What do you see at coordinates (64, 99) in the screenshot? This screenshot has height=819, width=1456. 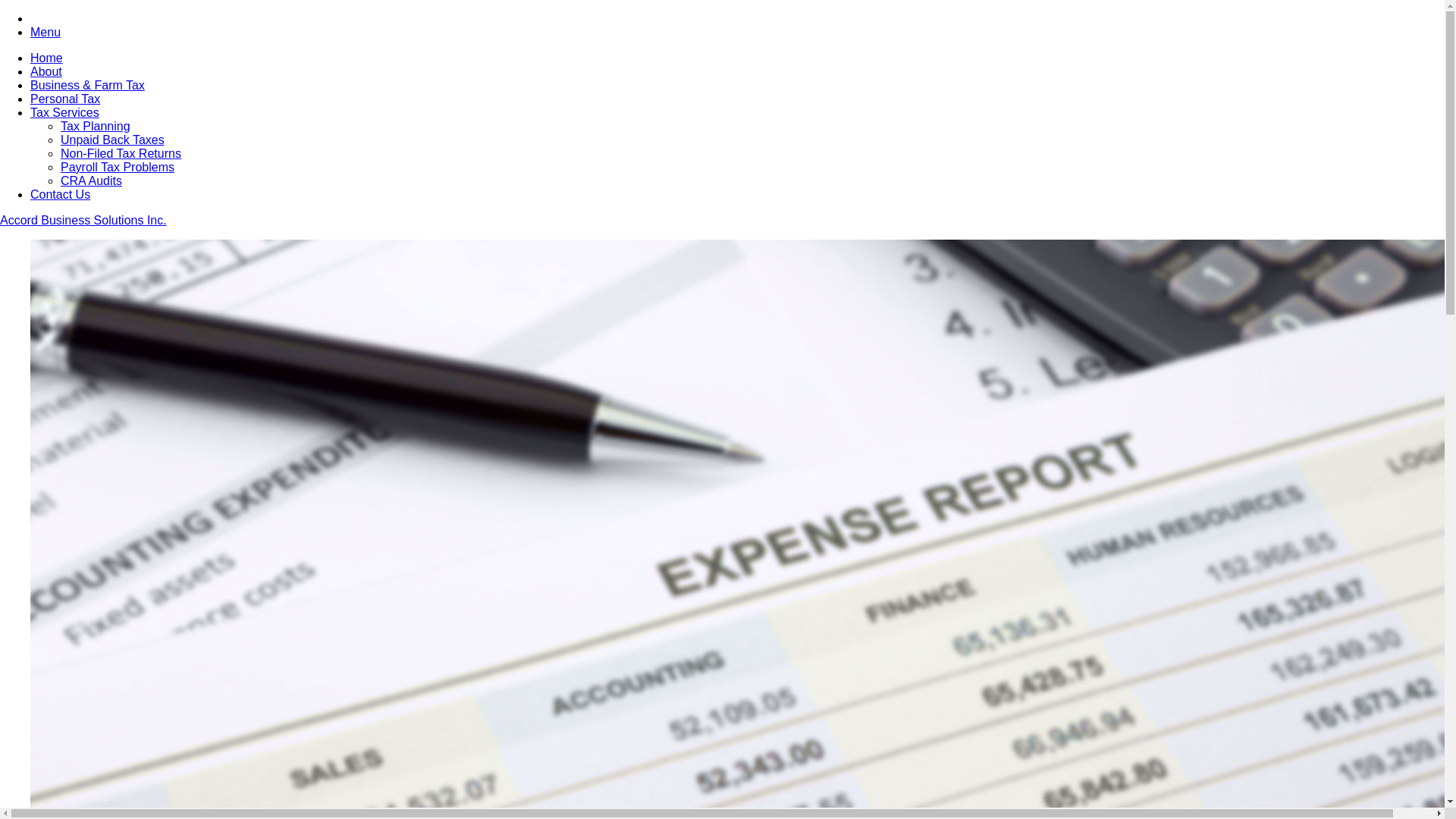 I see `'Personal Tax'` at bounding box center [64, 99].